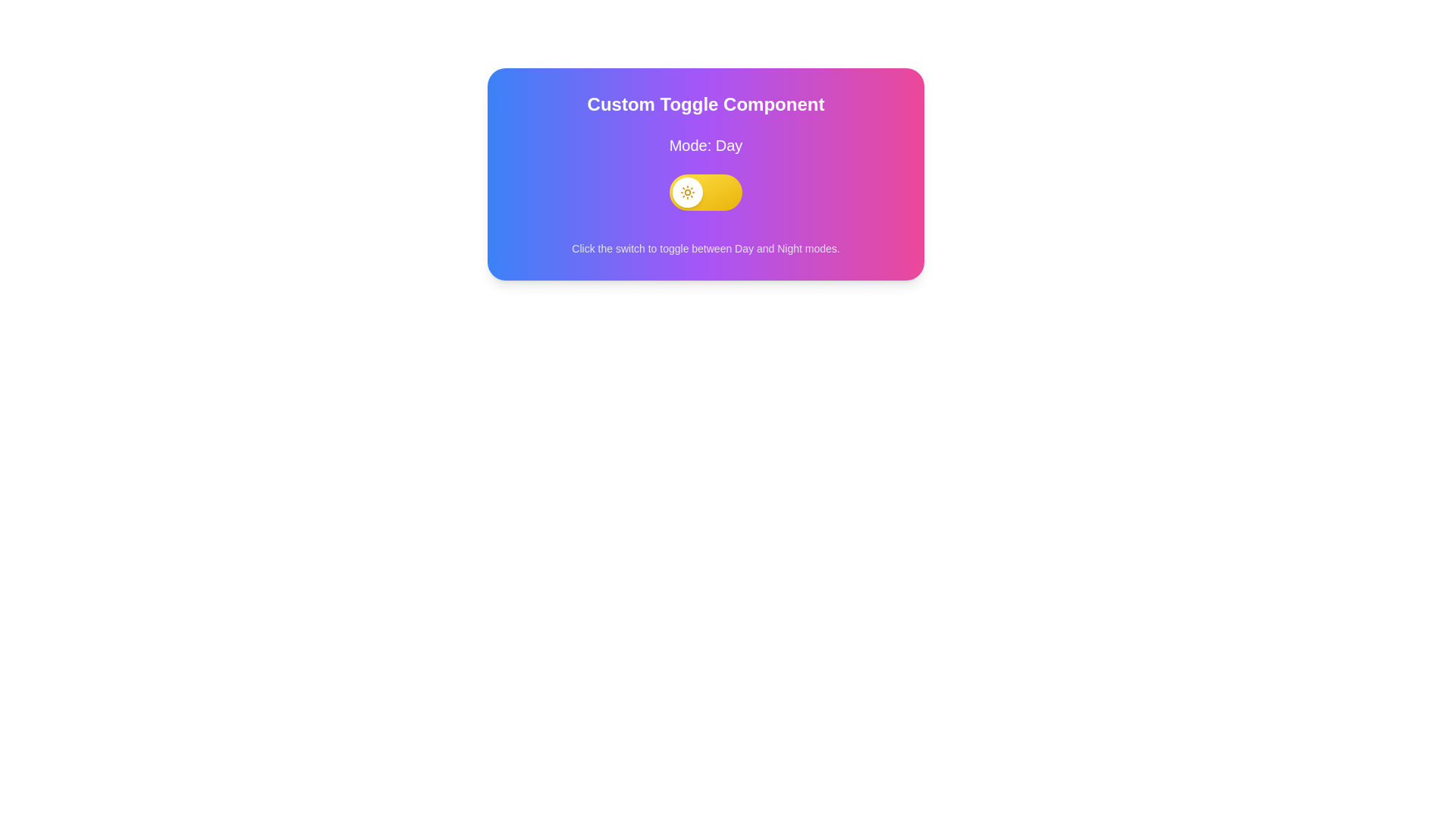  I want to click on the interactive toggle switch located in the 'Custom Toggle Component', so click(705, 195).